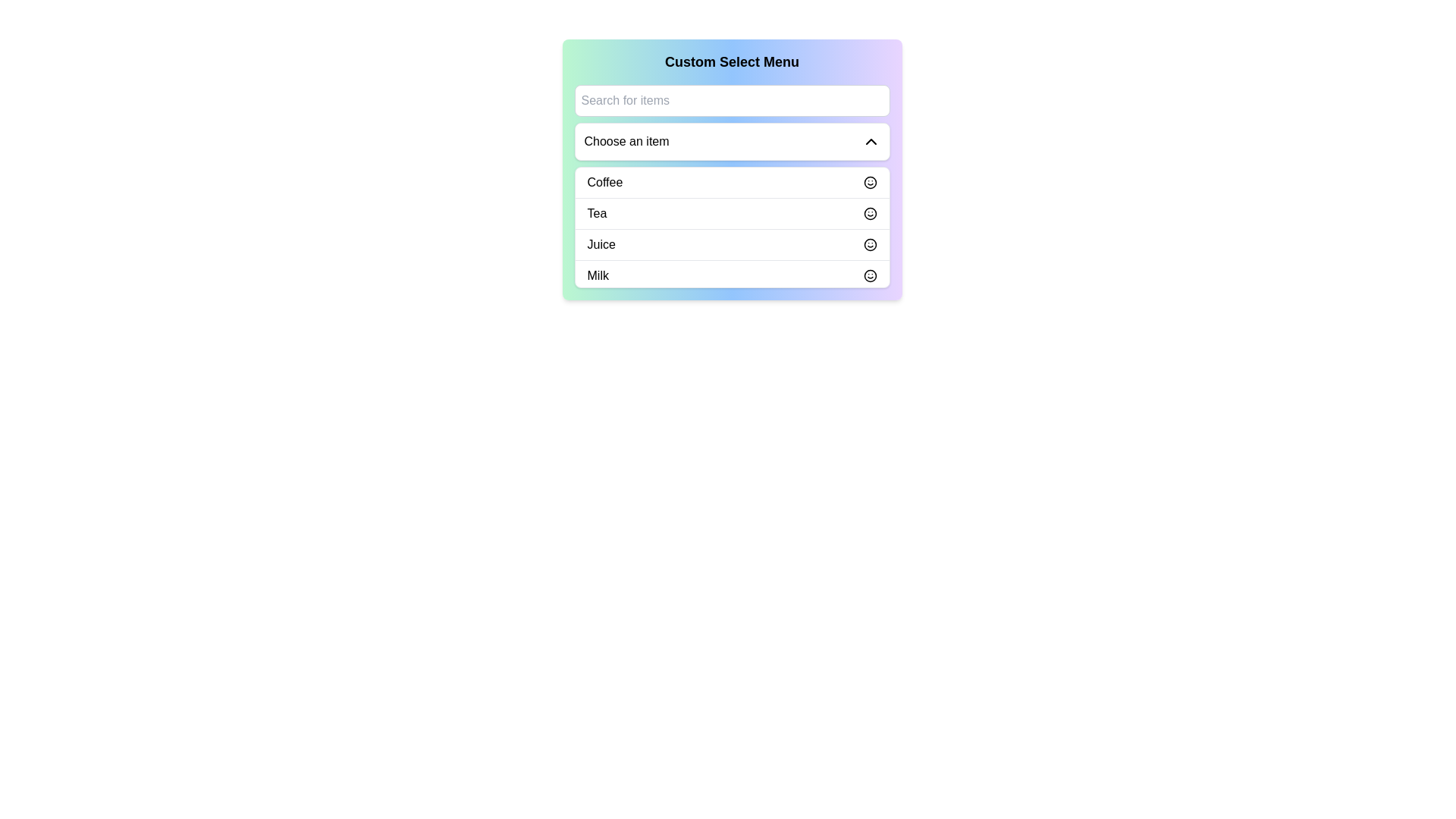  I want to click on the heading text label at the top of the panel that describes the purpose of the surrounding content, so click(732, 61).